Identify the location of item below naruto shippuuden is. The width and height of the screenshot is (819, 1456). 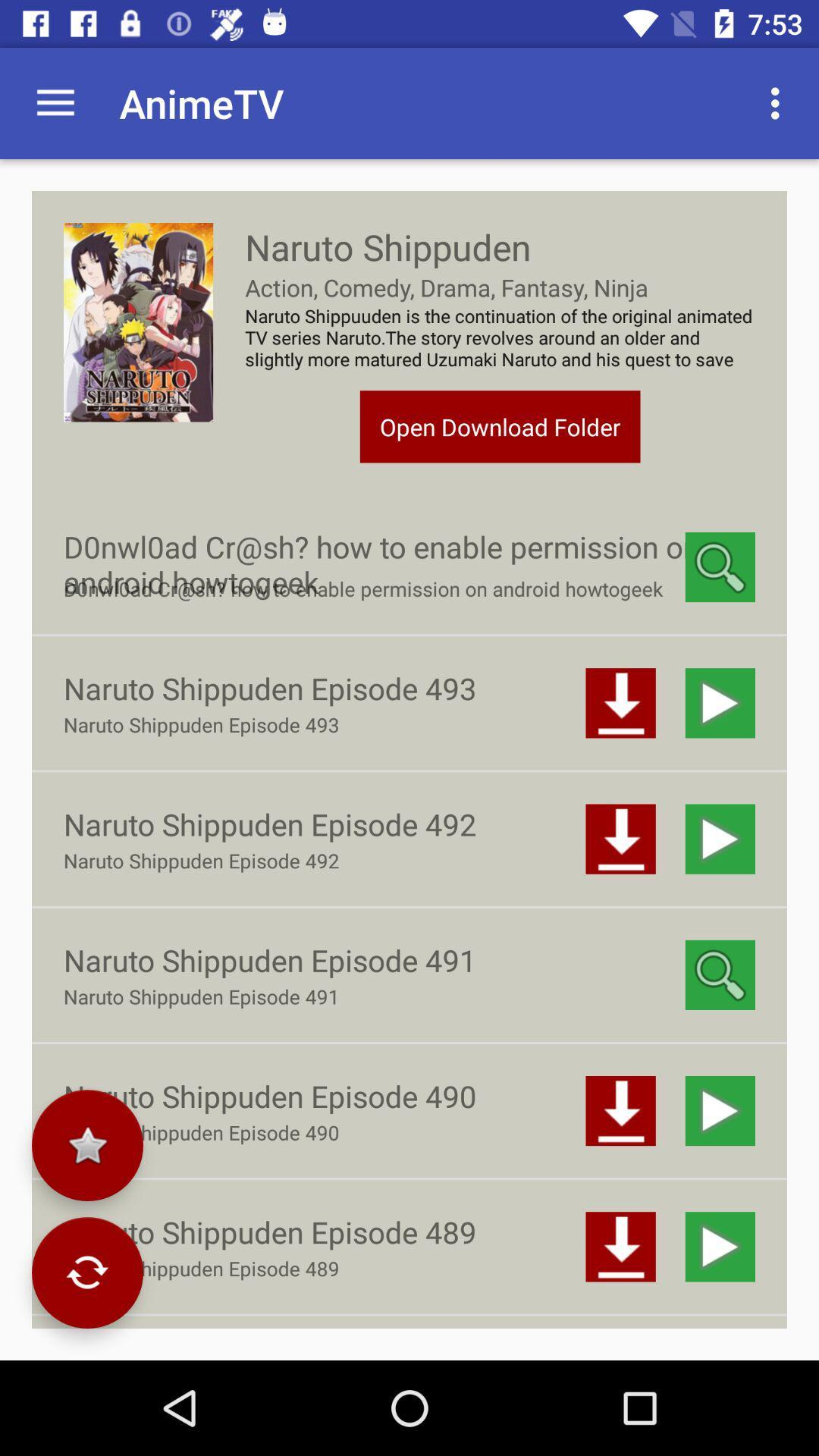
(500, 425).